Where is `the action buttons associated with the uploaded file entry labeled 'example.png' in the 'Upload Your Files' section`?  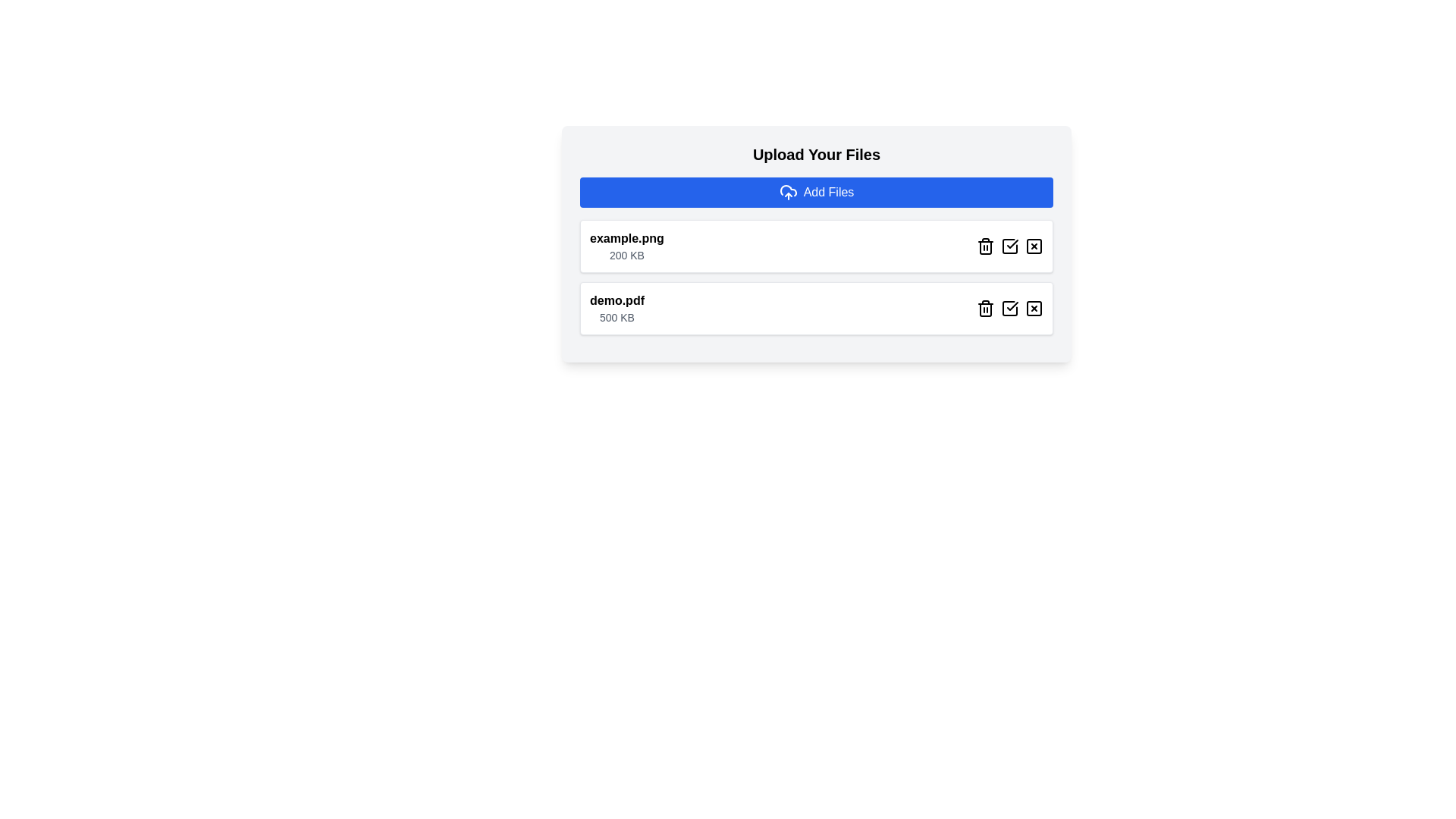
the action buttons associated with the uploaded file entry labeled 'example.png' in the 'Upload Your Files' section is located at coordinates (815, 278).